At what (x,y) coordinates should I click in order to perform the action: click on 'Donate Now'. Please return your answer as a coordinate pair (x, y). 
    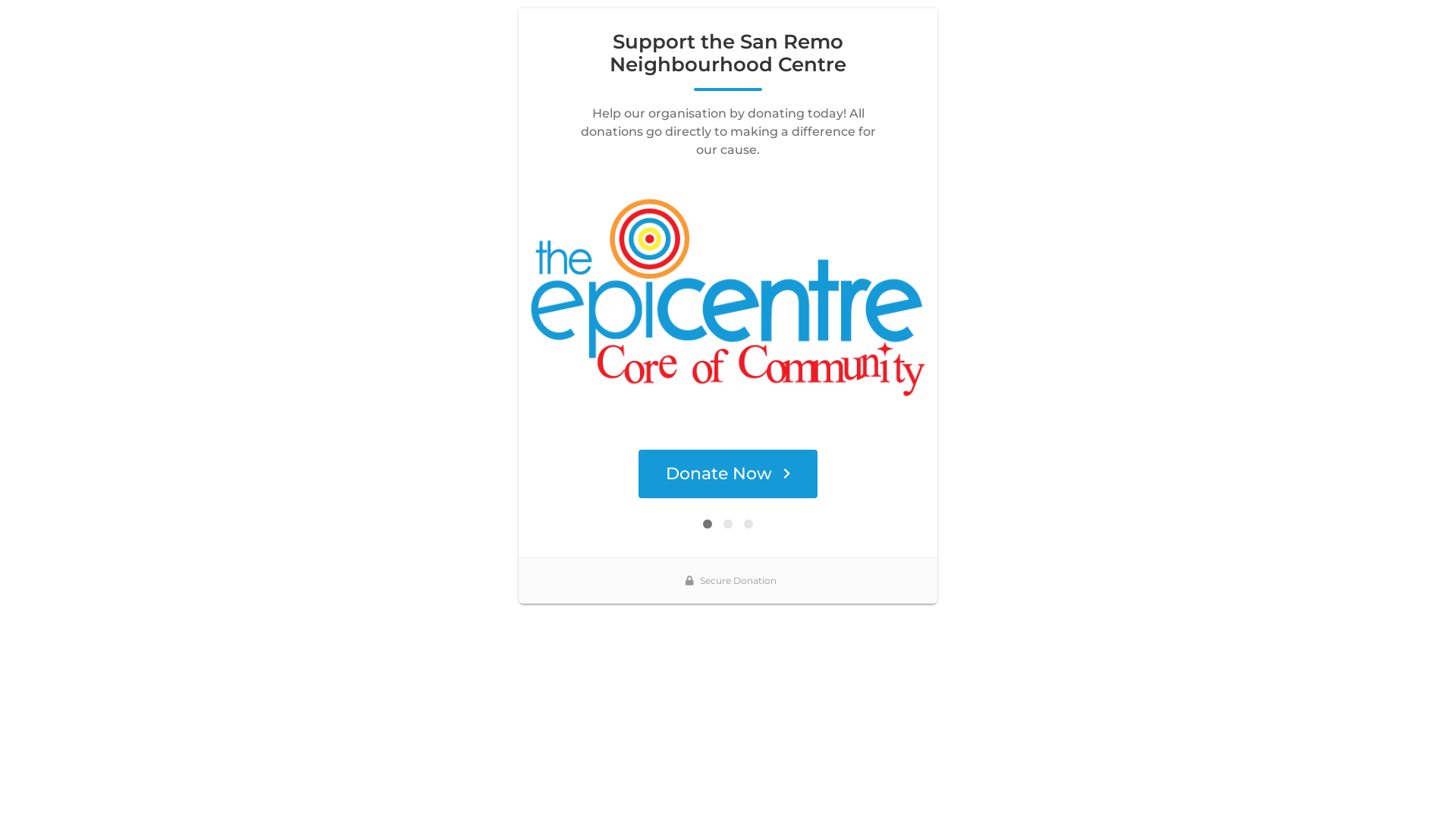
    Looking at the image, I should click on (728, 472).